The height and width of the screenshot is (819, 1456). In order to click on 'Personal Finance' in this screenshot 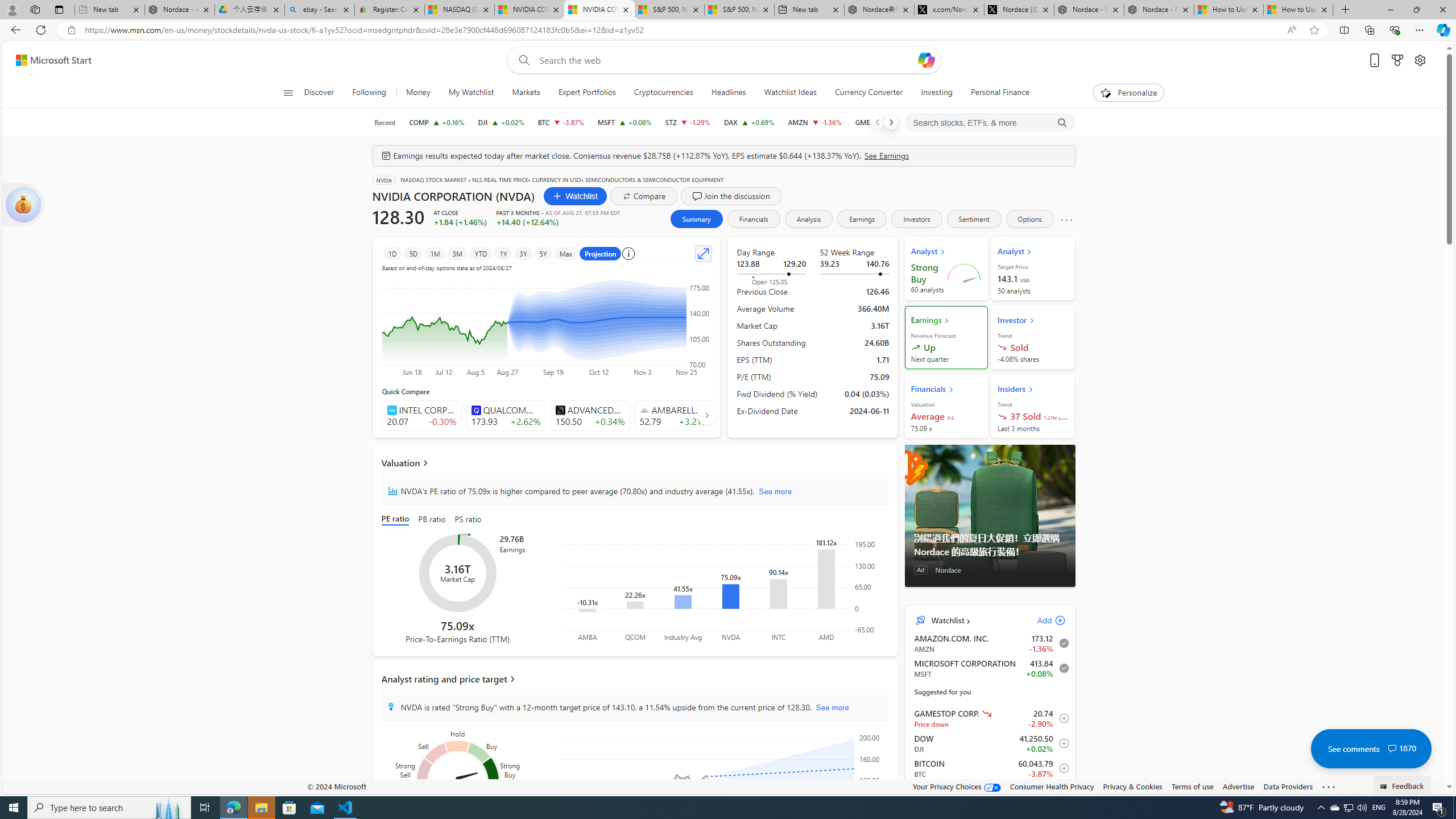, I will do `click(999, 92)`.